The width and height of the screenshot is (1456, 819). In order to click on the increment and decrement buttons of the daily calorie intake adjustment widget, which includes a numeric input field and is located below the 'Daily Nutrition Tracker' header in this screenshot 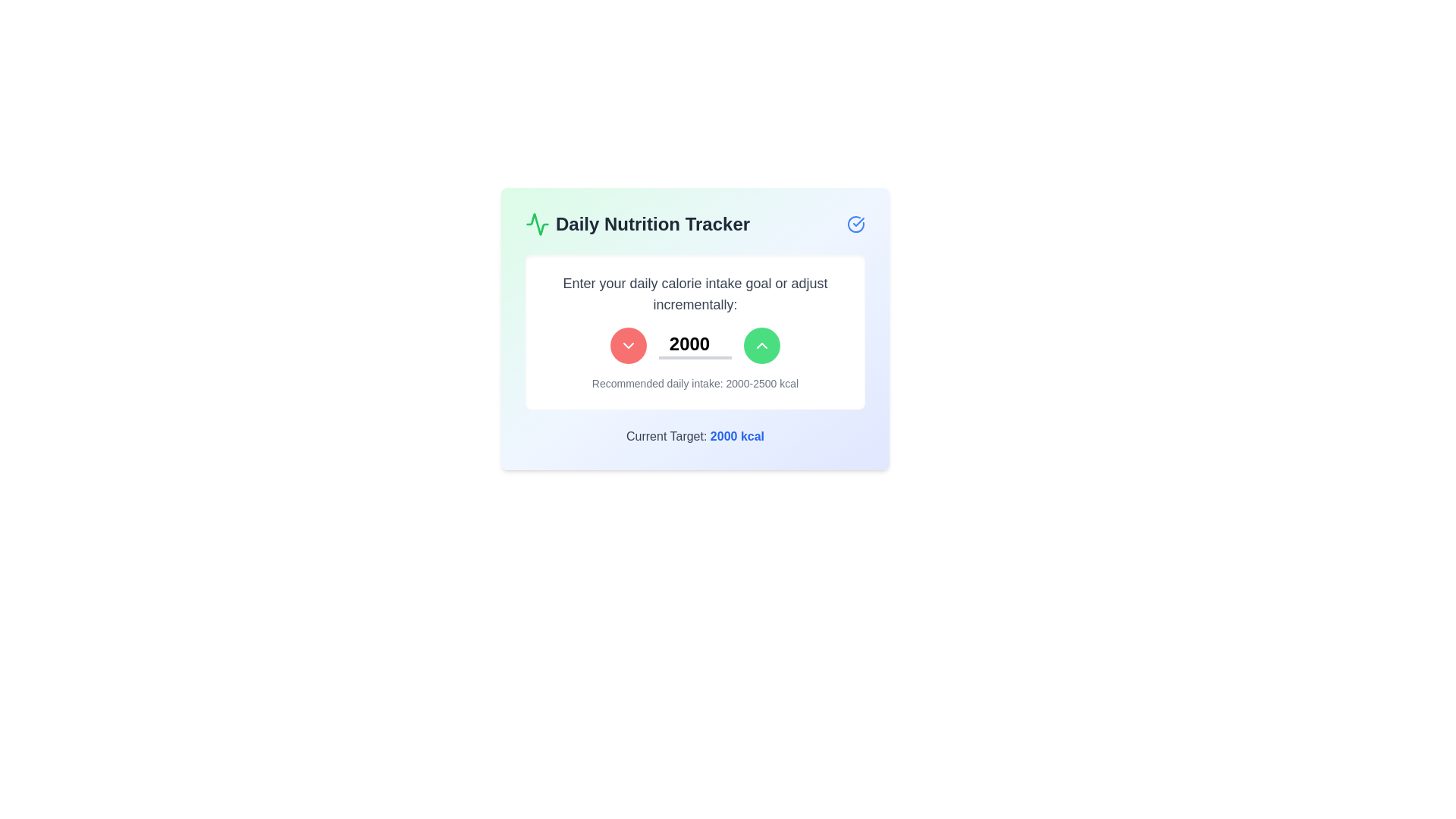, I will do `click(694, 331)`.